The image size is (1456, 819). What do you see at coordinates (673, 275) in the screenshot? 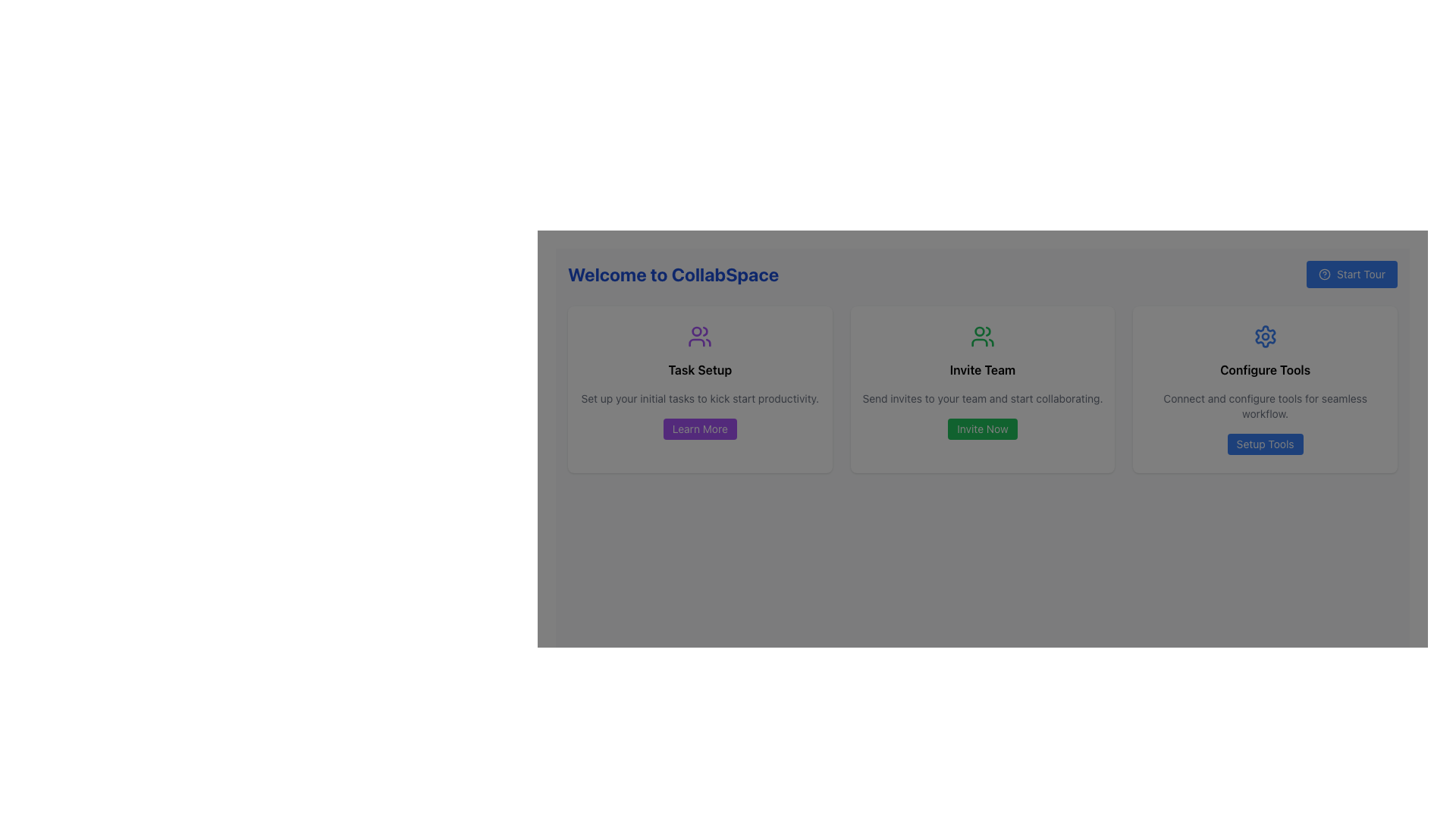
I see `the bold header text 'Welcome to CollabSpace', which is styled in blue and prominently displayed at the top of the interface` at bounding box center [673, 275].